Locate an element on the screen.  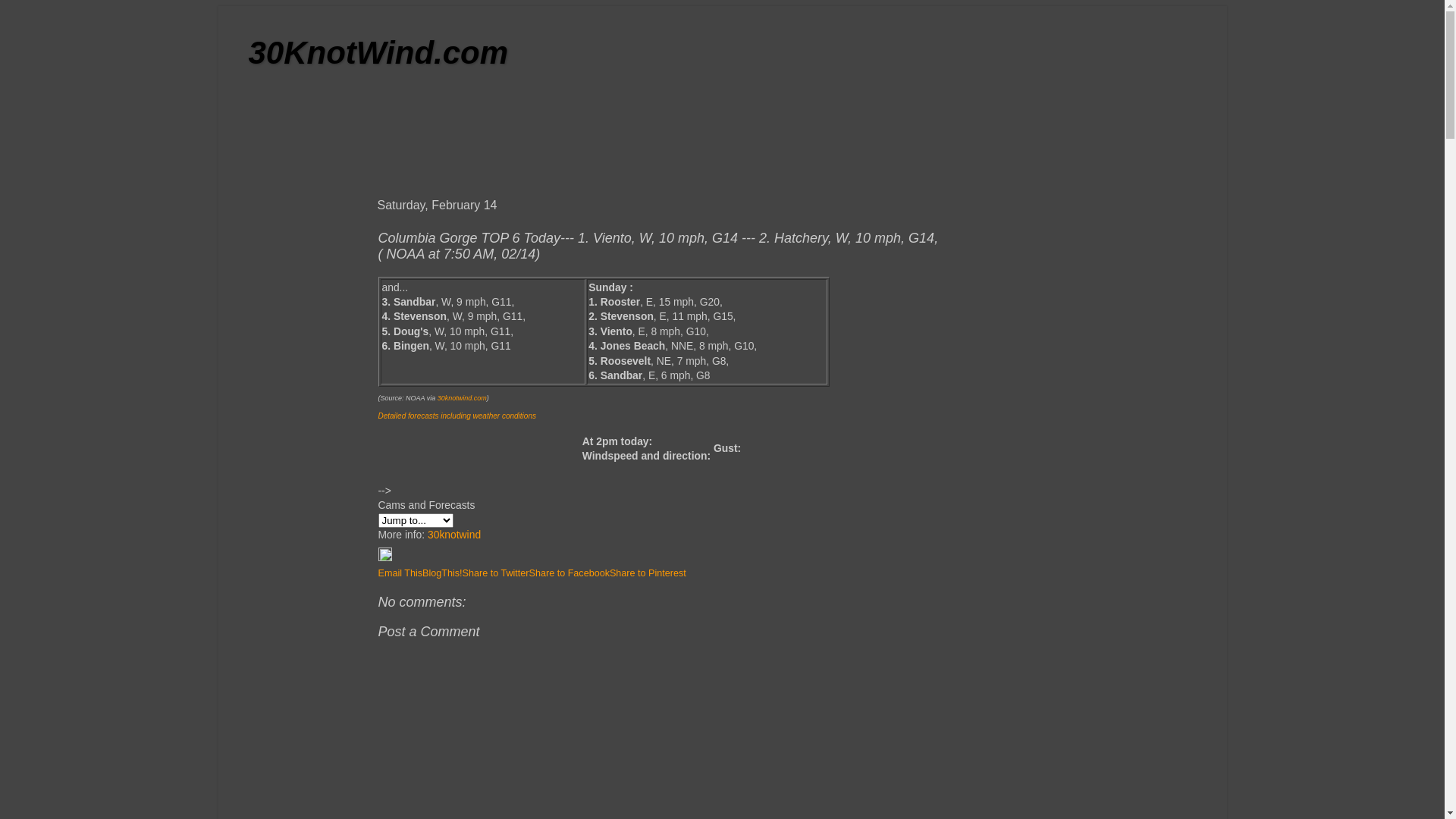
'Share to Pinterest' is located at coordinates (648, 573).